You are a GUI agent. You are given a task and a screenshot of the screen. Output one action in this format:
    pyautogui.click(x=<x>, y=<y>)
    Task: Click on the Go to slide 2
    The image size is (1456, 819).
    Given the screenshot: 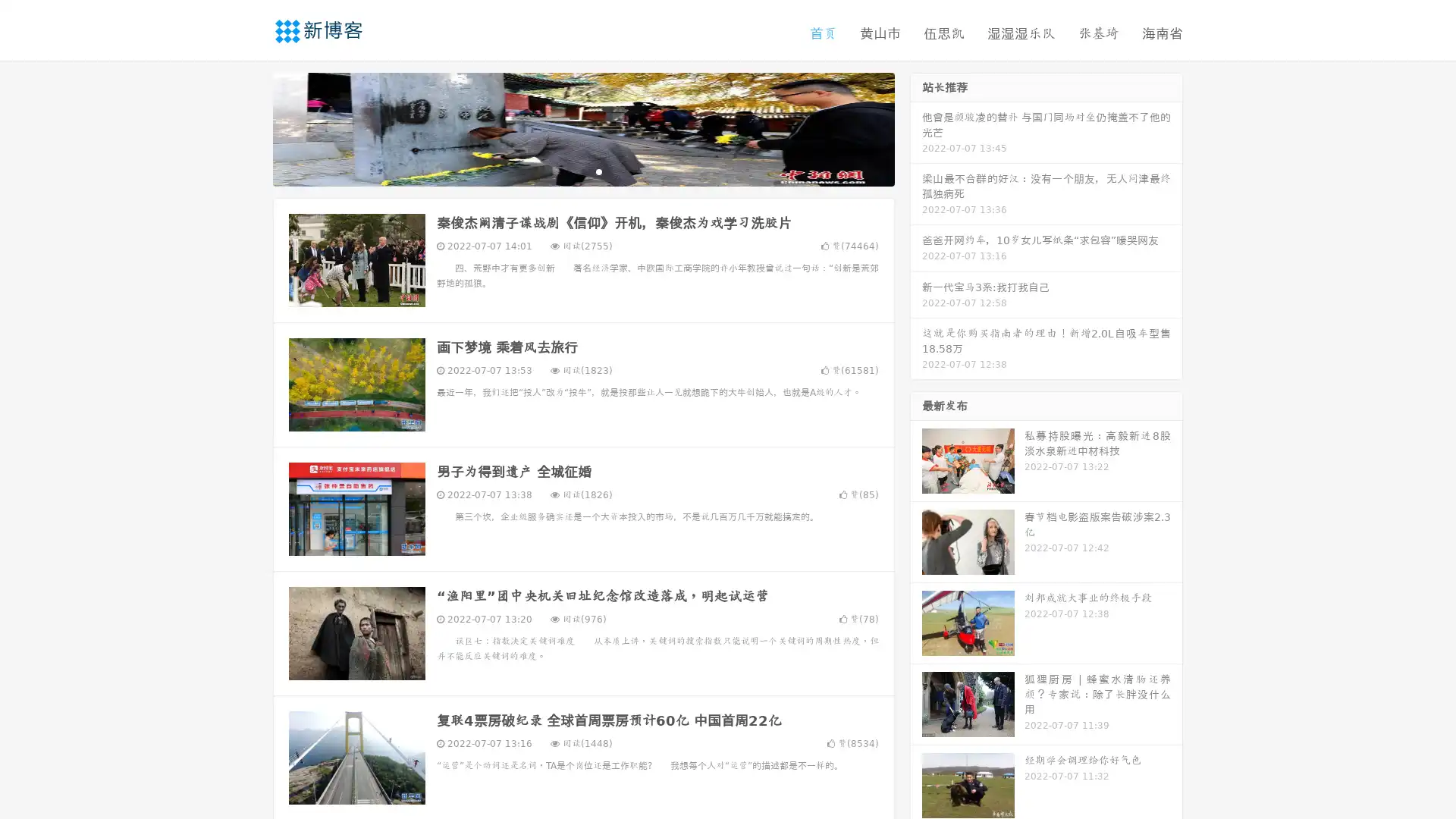 What is the action you would take?
    pyautogui.click(x=582, y=171)
    